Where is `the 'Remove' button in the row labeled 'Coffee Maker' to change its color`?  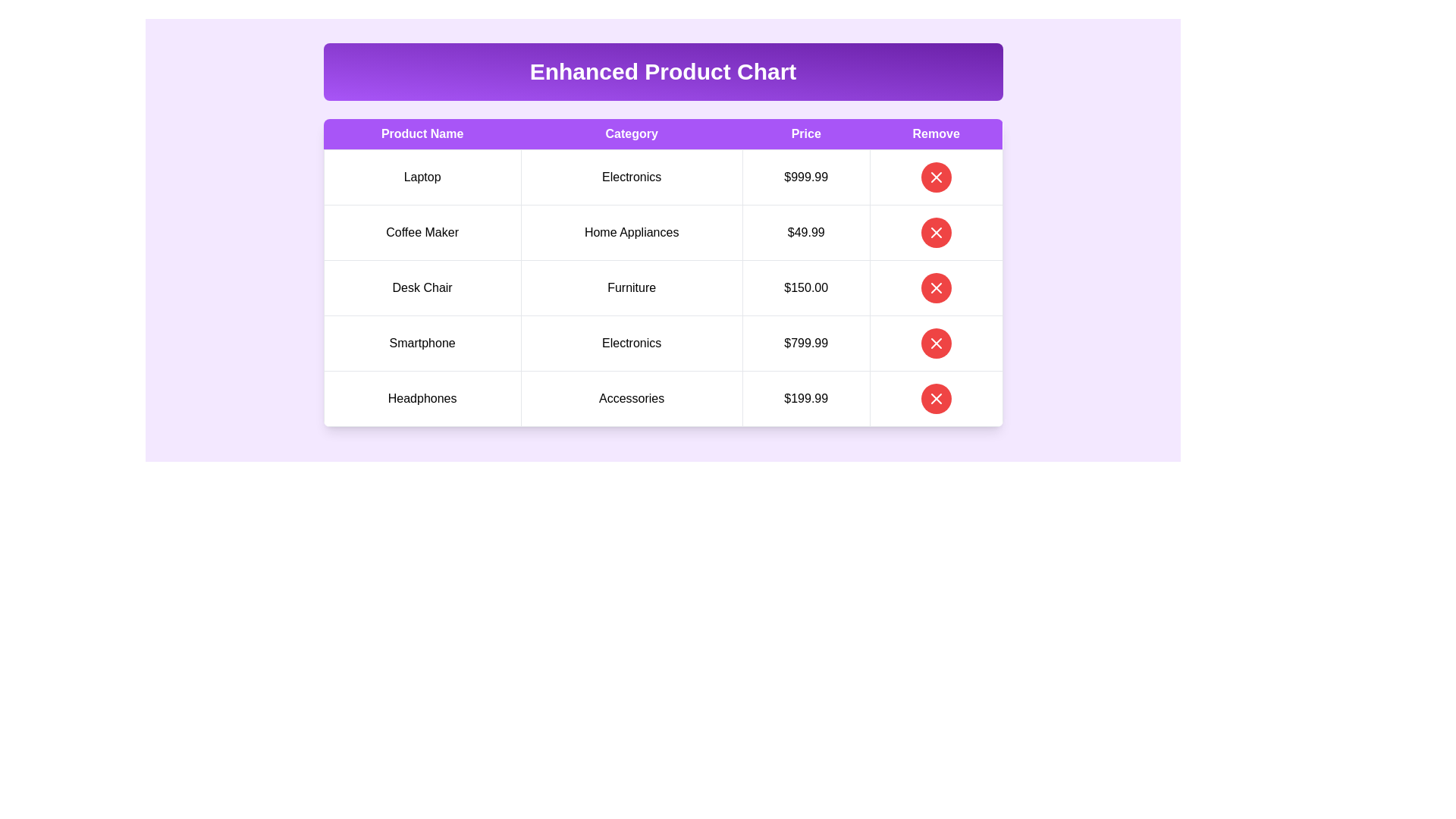 the 'Remove' button in the row labeled 'Coffee Maker' to change its color is located at coordinates (935, 233).